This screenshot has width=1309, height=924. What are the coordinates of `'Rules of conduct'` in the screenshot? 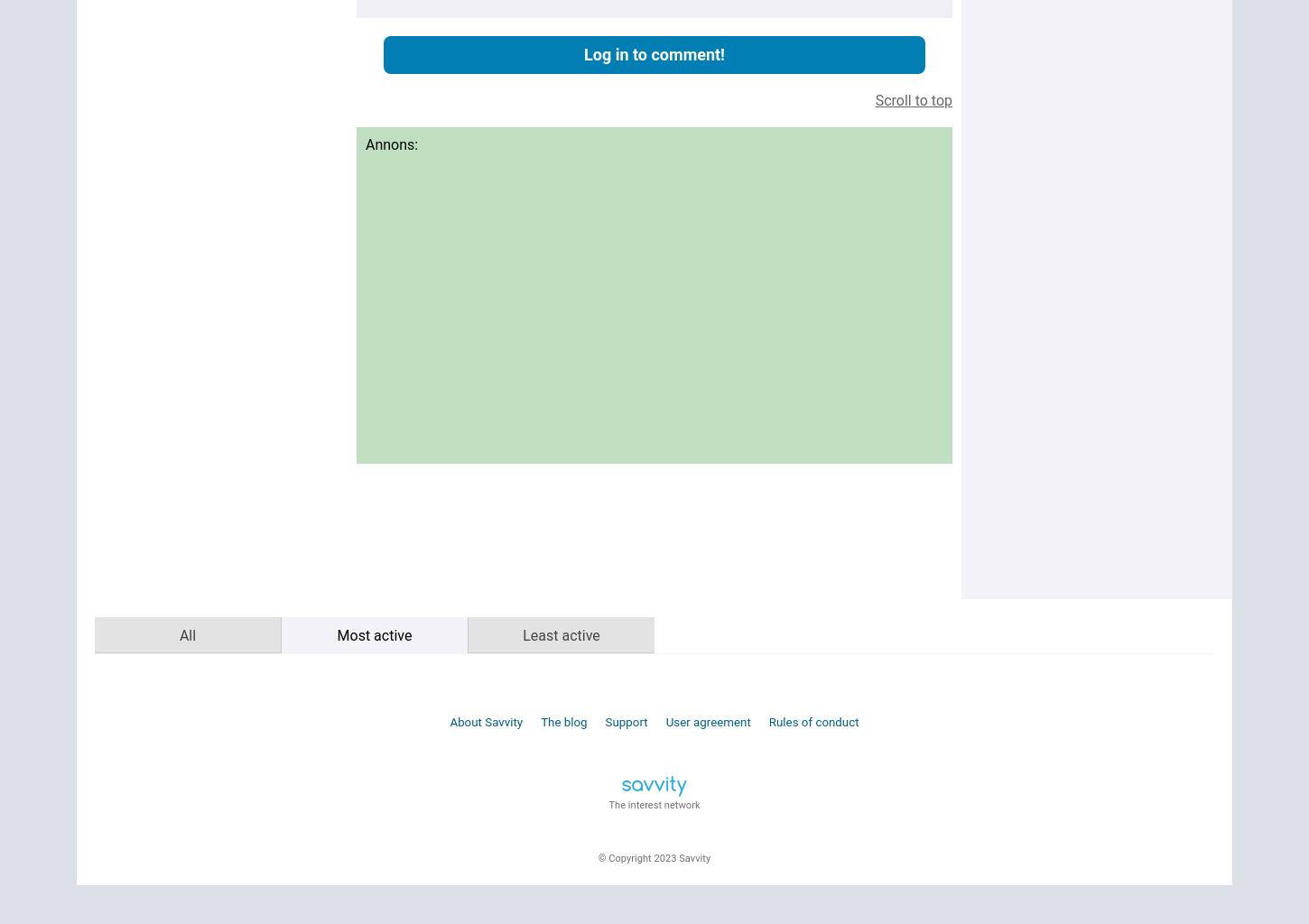 It's located at (812, 721).